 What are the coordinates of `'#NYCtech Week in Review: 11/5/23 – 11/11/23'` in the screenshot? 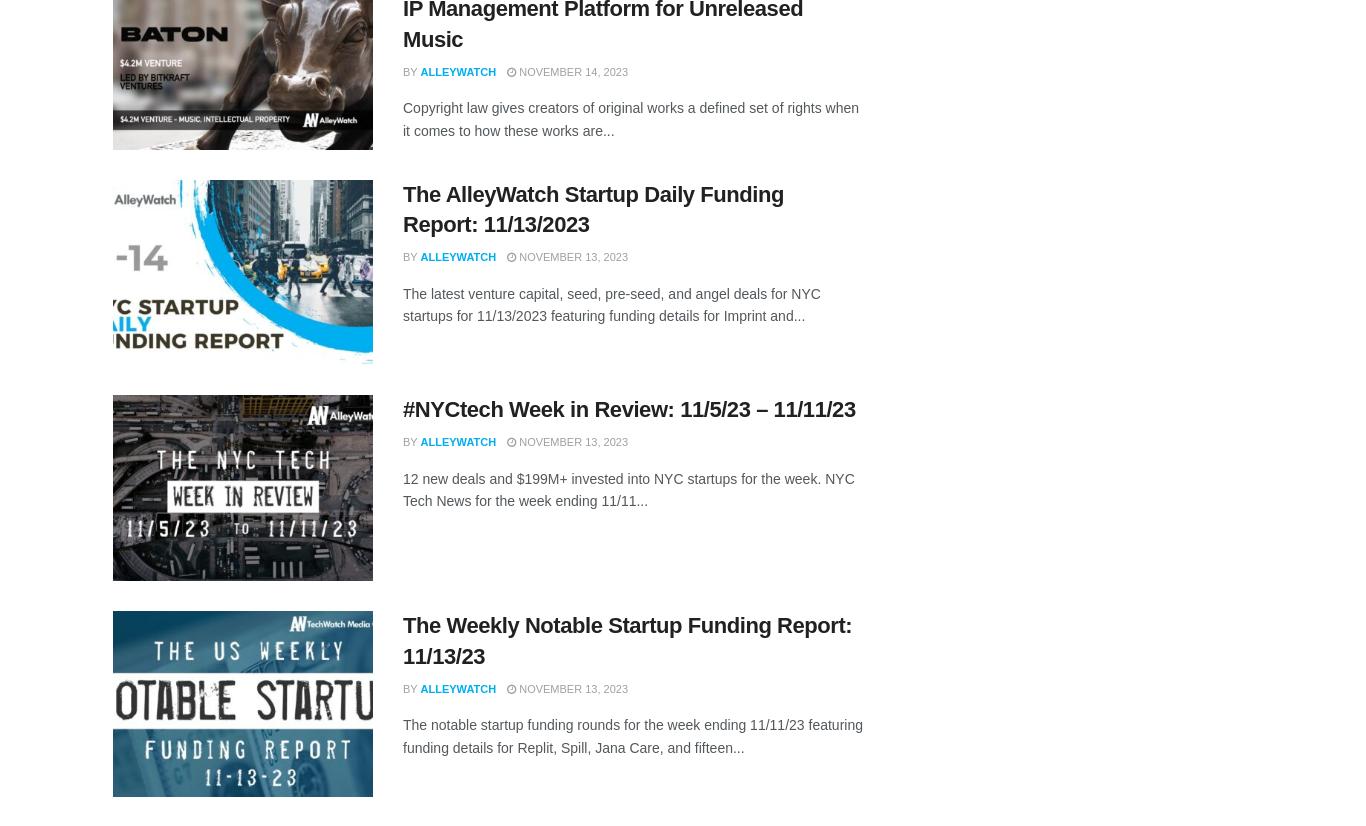 It's located at (628, 408).